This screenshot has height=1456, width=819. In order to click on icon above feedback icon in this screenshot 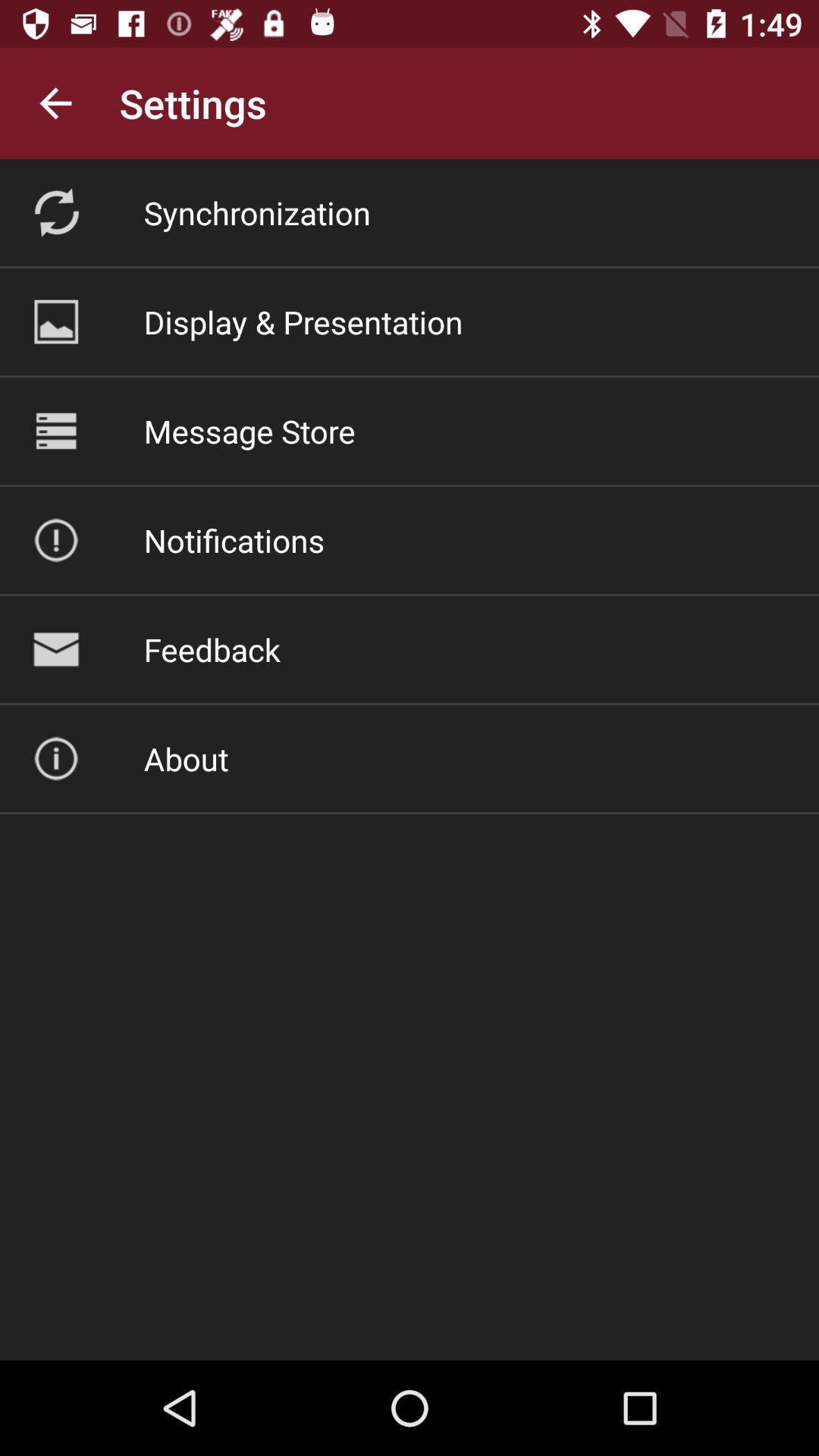, I will do `click(234, 540)`.